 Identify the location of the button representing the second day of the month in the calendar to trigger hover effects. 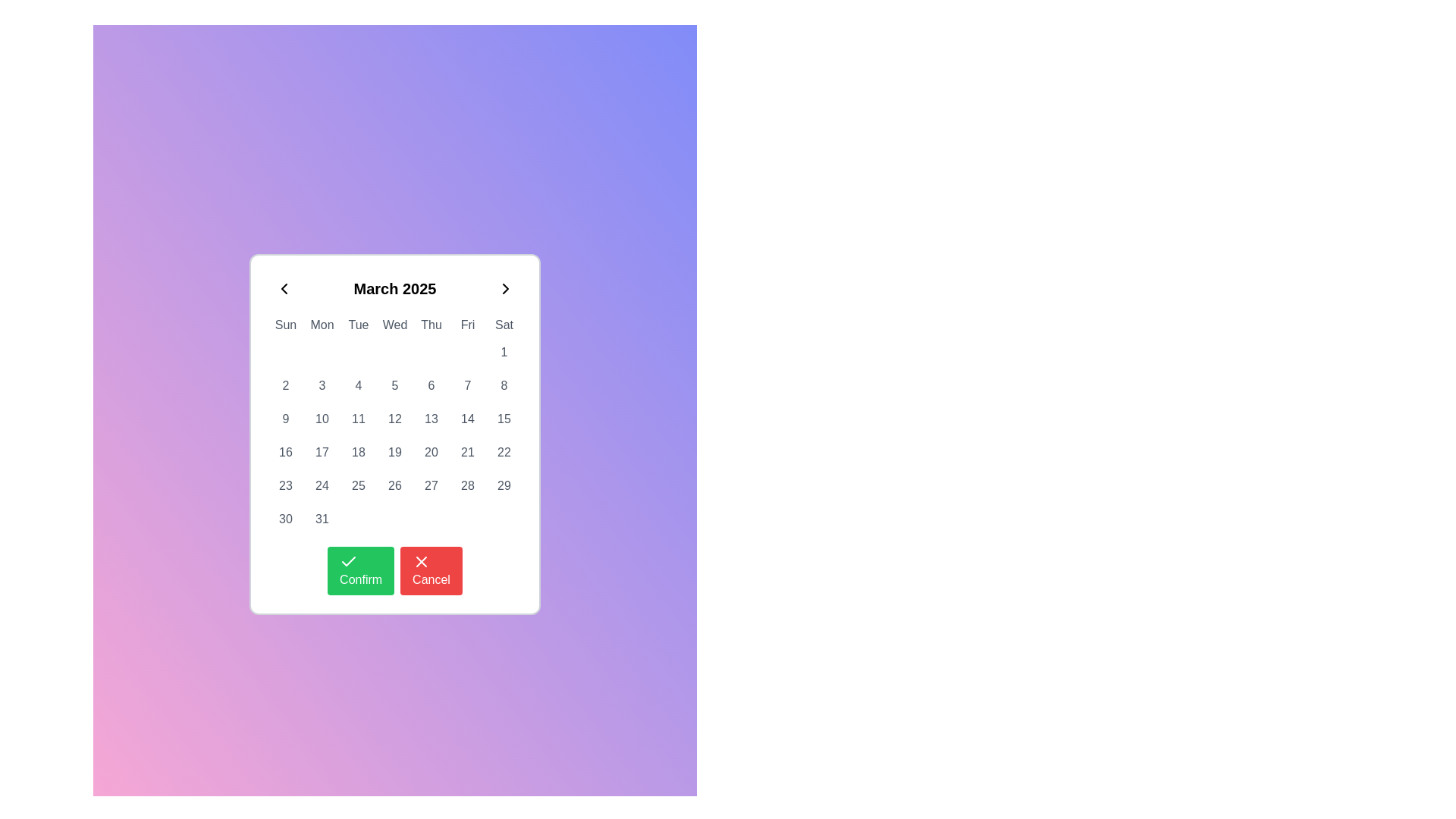
(286, 385).